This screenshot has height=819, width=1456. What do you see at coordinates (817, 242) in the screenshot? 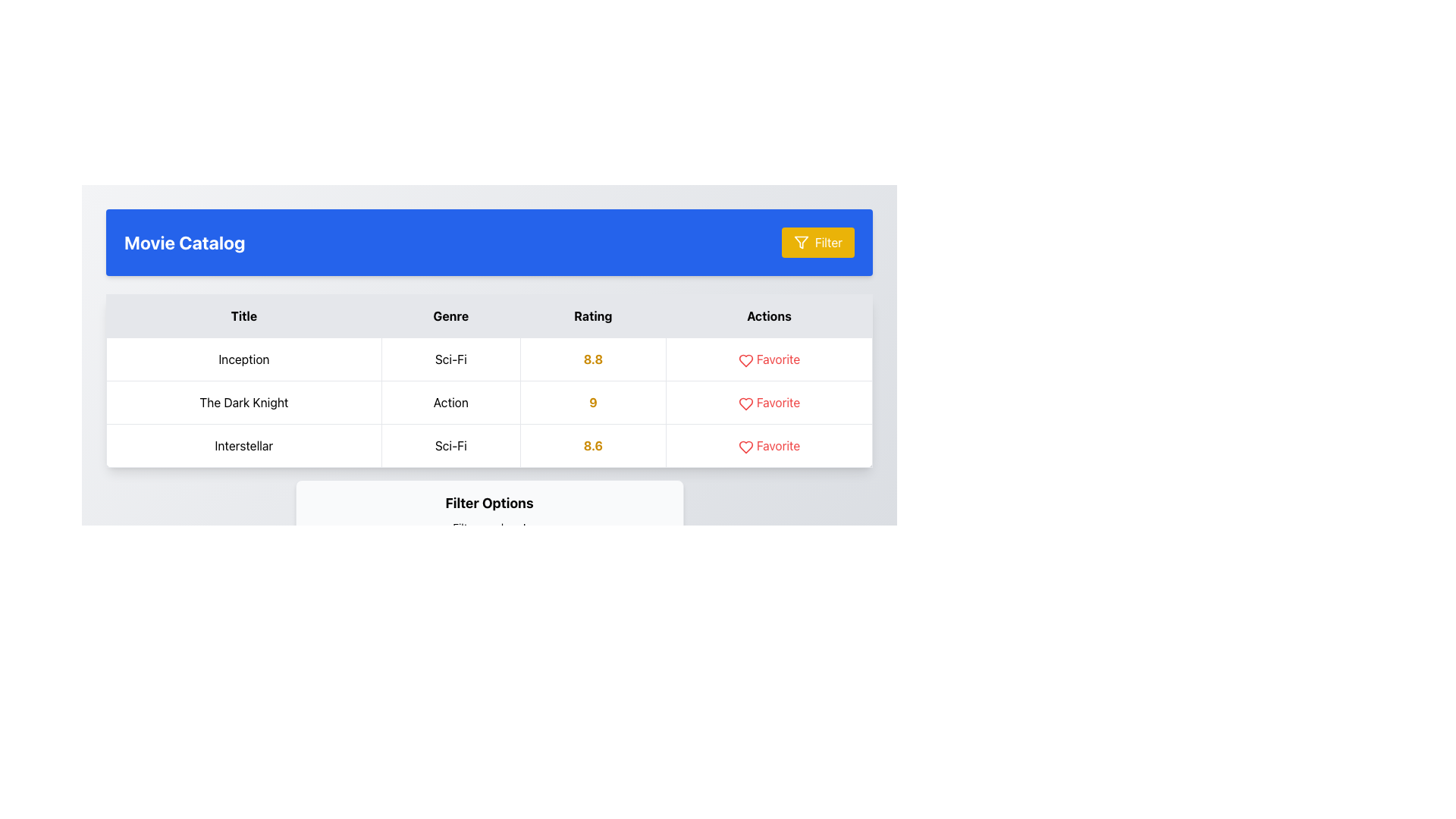
I see `the yellow 'Filter' button with rounded corners located near the top-right corner of the 'Movie Catalog' section` at bounding box center [817, 242].